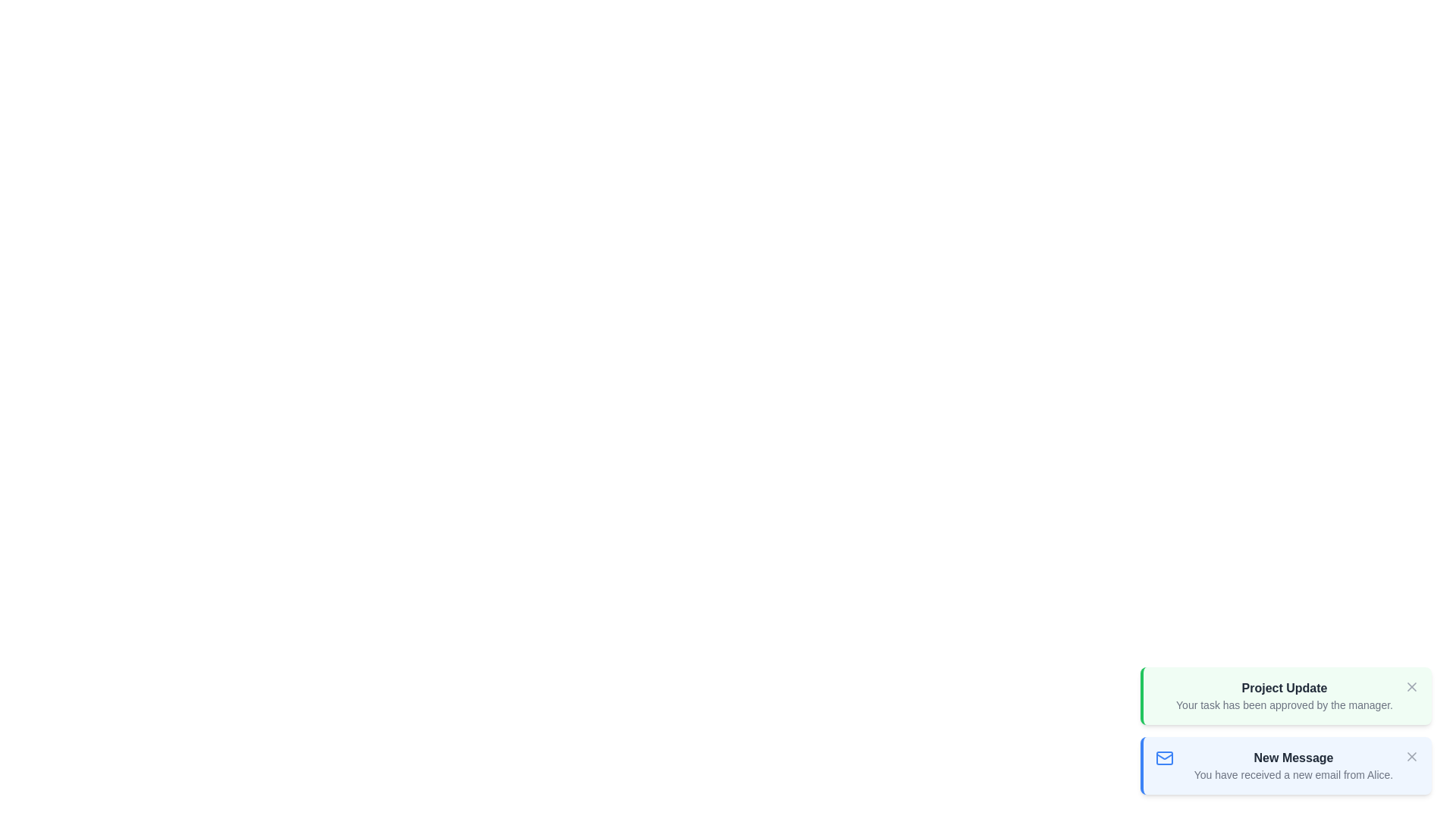 The width and height of the screenshot is (1456, 819). What do you see at coordinates (1154, 758) in the screenshot?
I see `the icon representing the notification type for the first notification` at bounding box center [1154, 758].